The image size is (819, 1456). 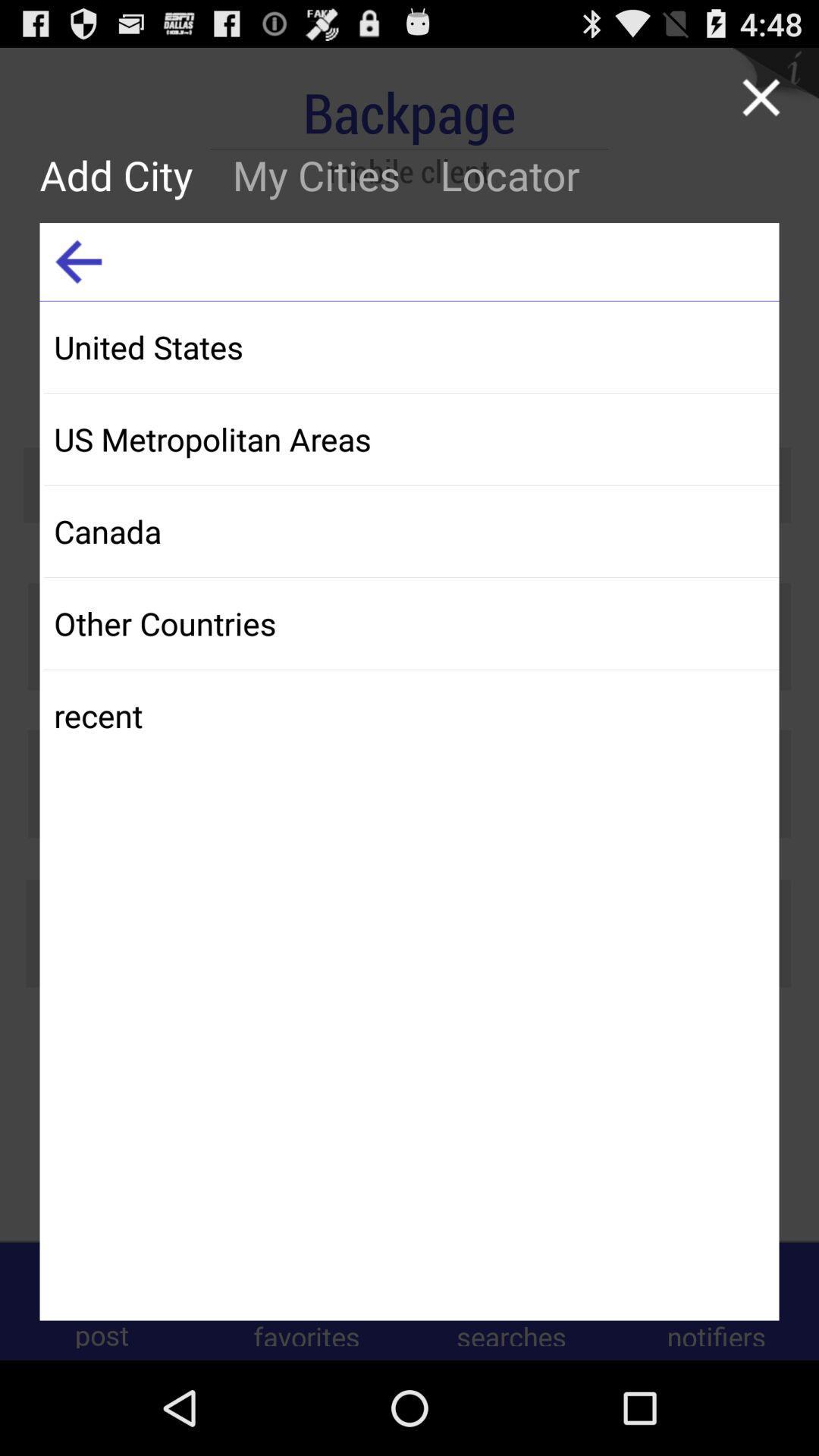 What do you see at coordinates (411, 531) in the screenshot?
I see `the app above other countries item` at bounding box center [411, 531].